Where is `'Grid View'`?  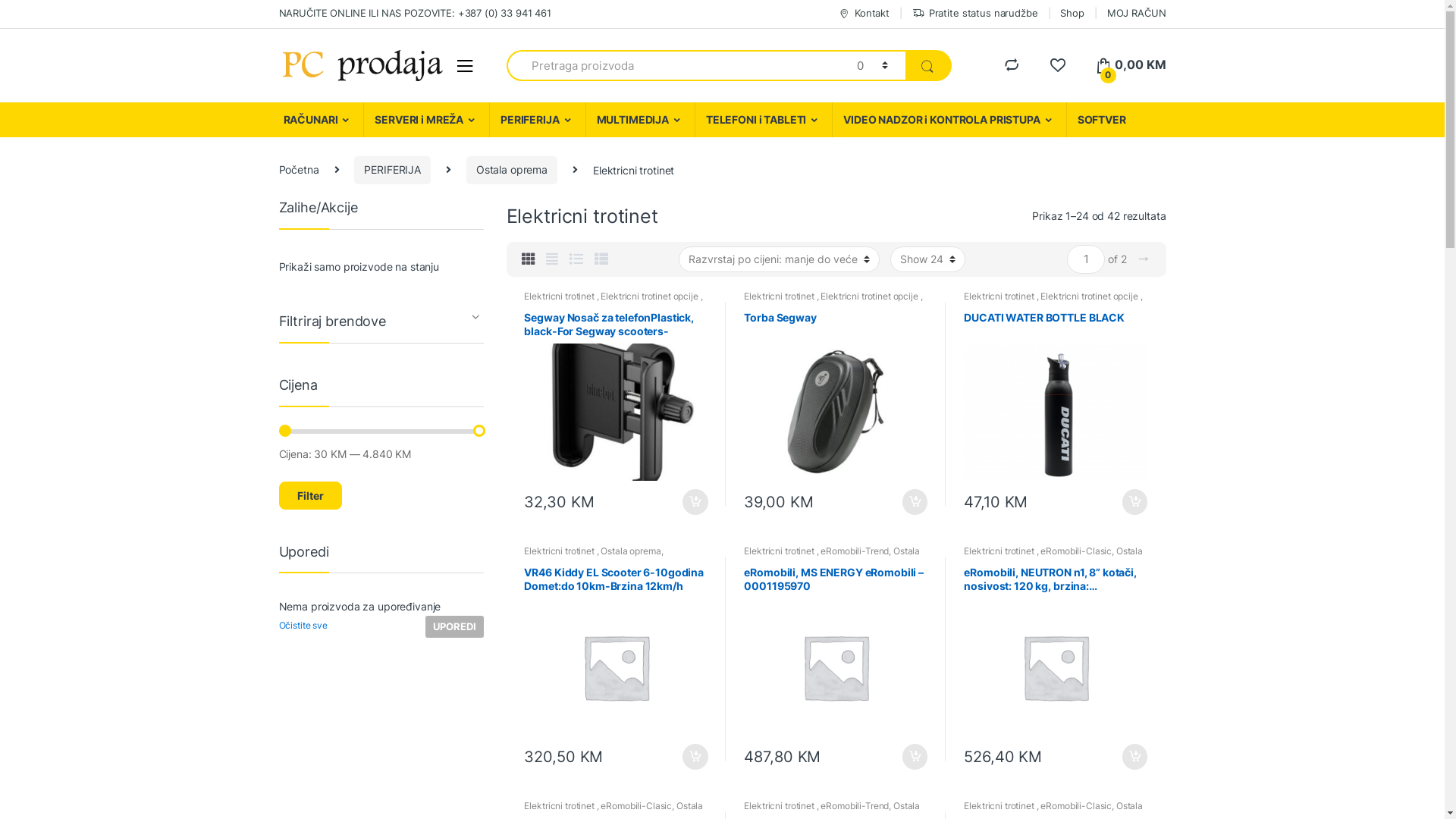
'Grid View' is located at coordinates (521, 259).